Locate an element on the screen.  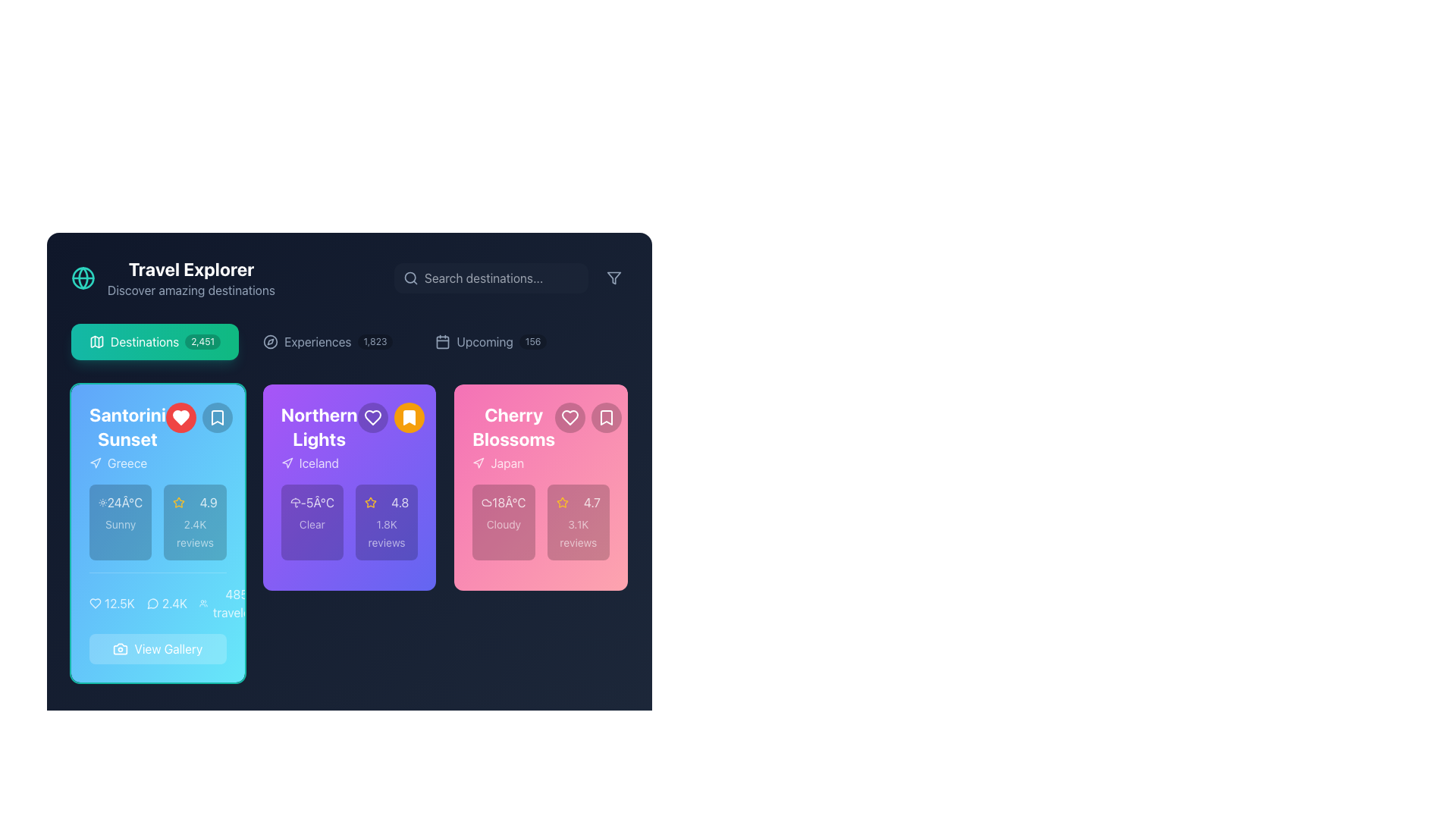
the Rating indicator element, which displays a star icon followed by the text '4.9' in a semi-transparent white color, located in the 'Santorini Sunset' card near the bottom-left corner, above the '2.4K reviews' text is located at coordinates (194, 503).